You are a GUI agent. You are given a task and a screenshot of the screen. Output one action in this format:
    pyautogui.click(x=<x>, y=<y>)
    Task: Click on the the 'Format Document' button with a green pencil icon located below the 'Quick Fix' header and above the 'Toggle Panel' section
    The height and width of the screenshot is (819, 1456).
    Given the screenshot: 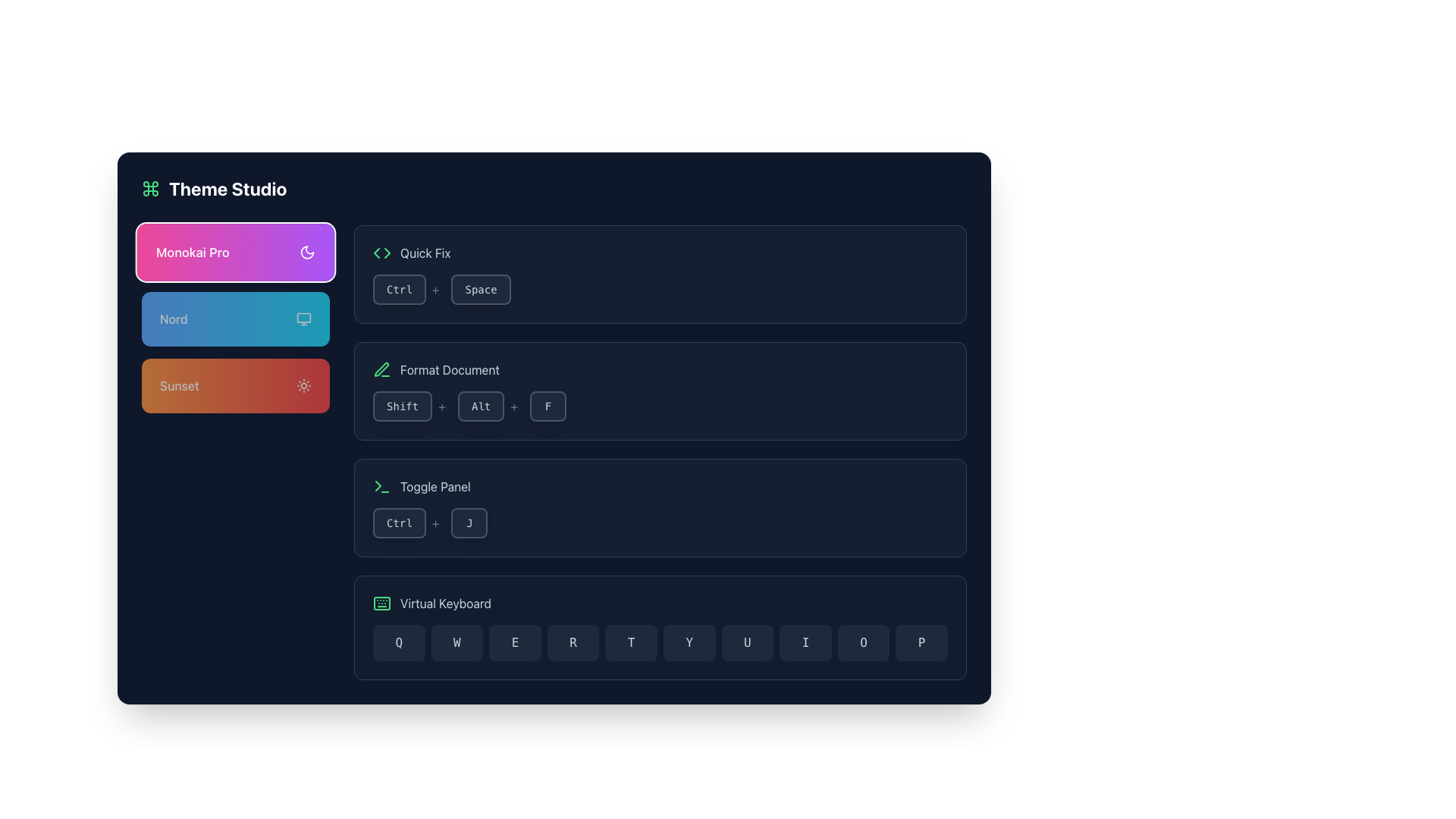 What is the action you would take?
    pyautogui.click(x=435, y=370)
    